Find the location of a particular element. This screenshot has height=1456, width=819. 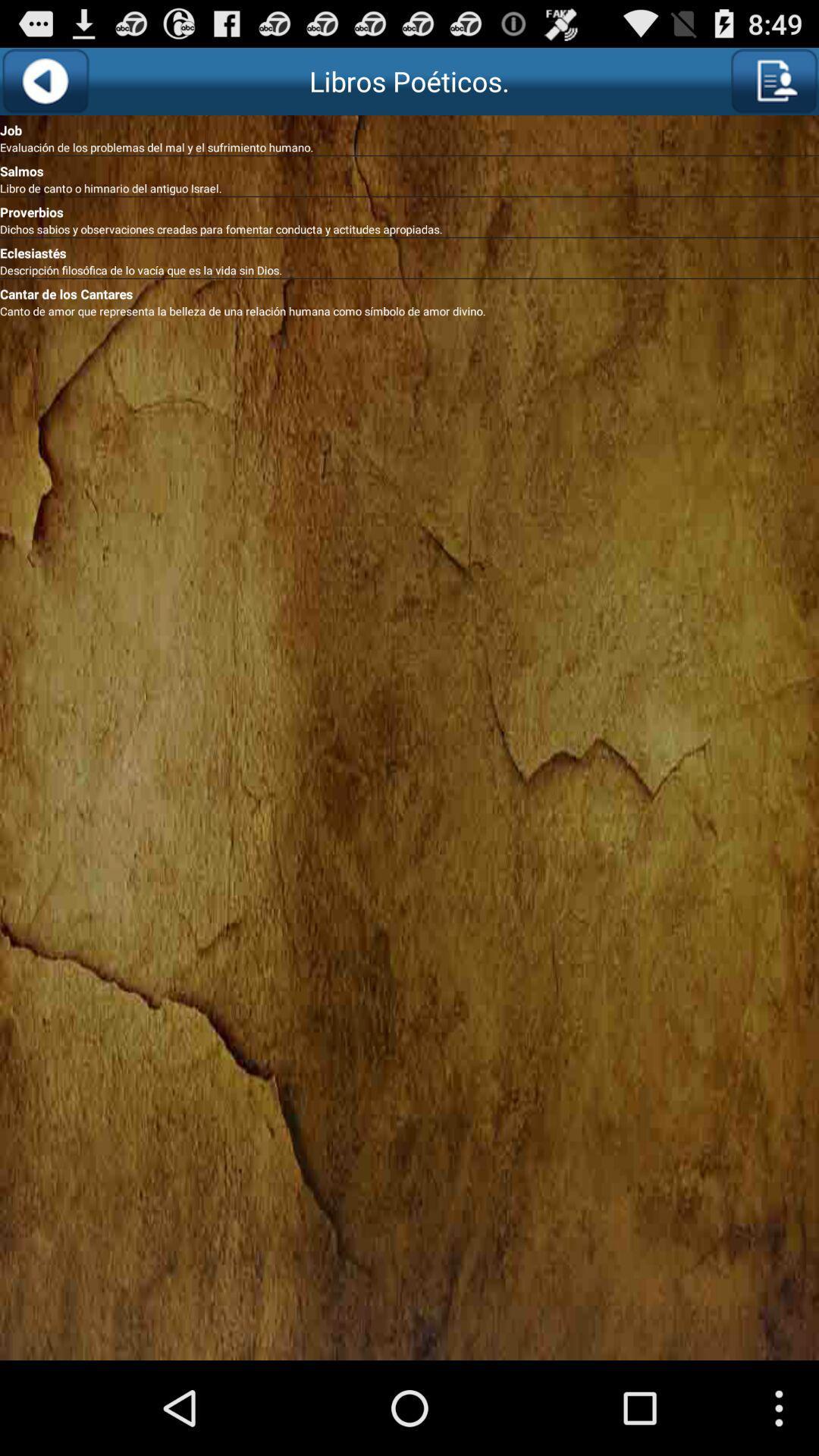

the salmos icon is located at coordinates (409, 168).